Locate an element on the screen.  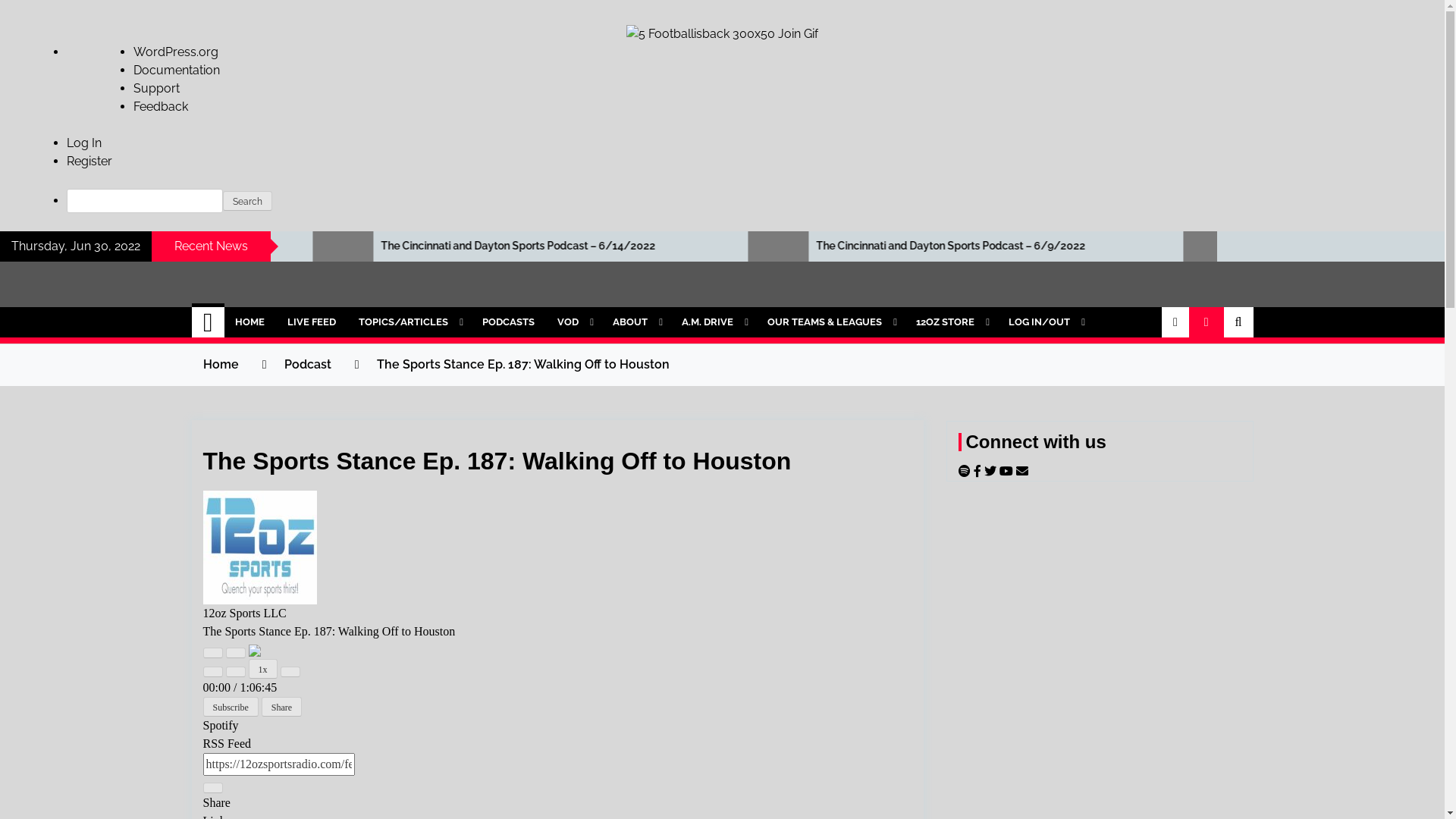
'Log In' is located at coordinates (83, 143).